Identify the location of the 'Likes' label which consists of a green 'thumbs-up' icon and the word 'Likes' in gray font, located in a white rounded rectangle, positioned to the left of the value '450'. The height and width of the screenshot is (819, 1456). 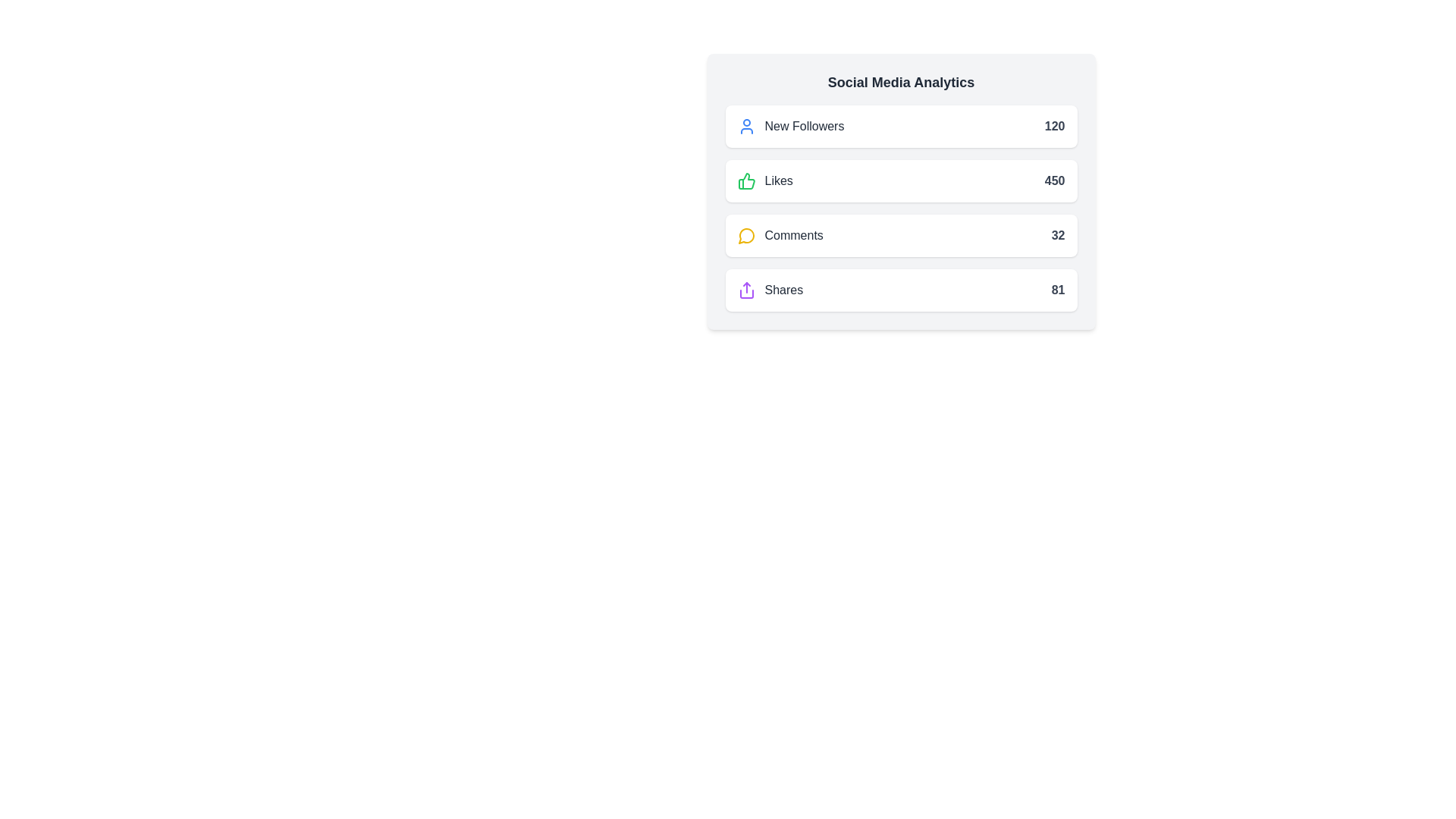
(765, 180).